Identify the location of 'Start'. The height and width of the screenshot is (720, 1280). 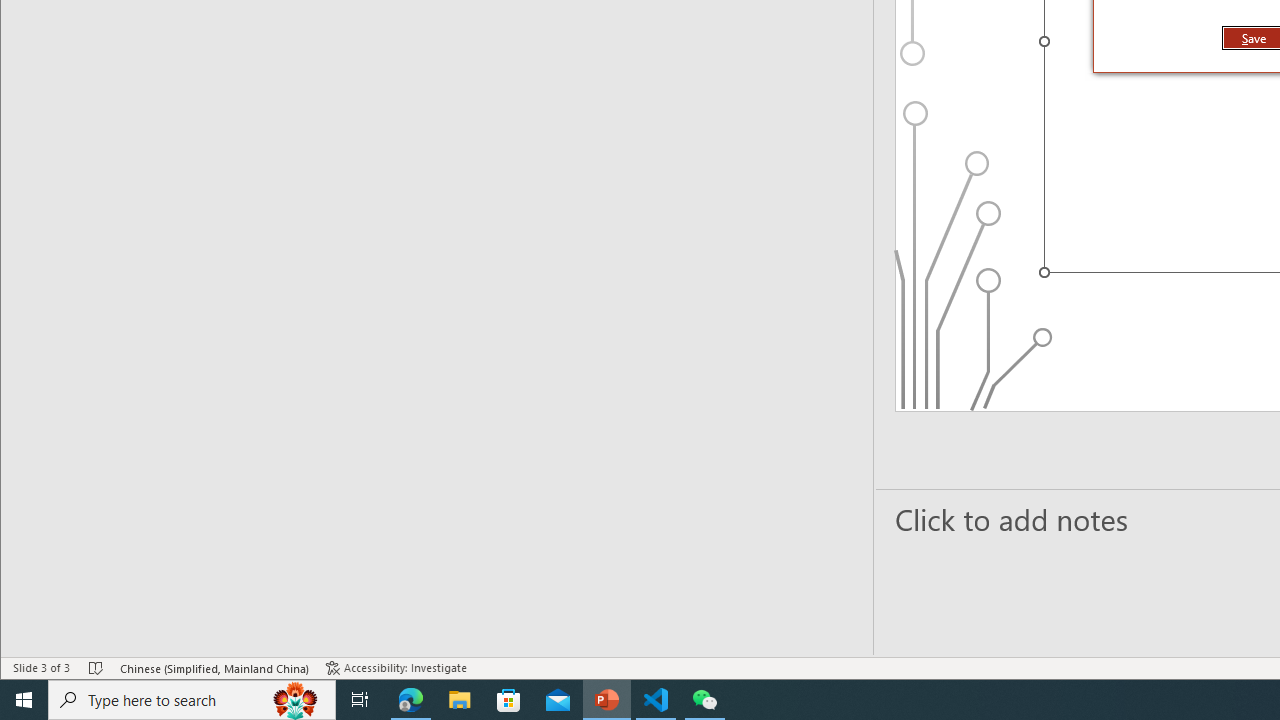
(24, 698).